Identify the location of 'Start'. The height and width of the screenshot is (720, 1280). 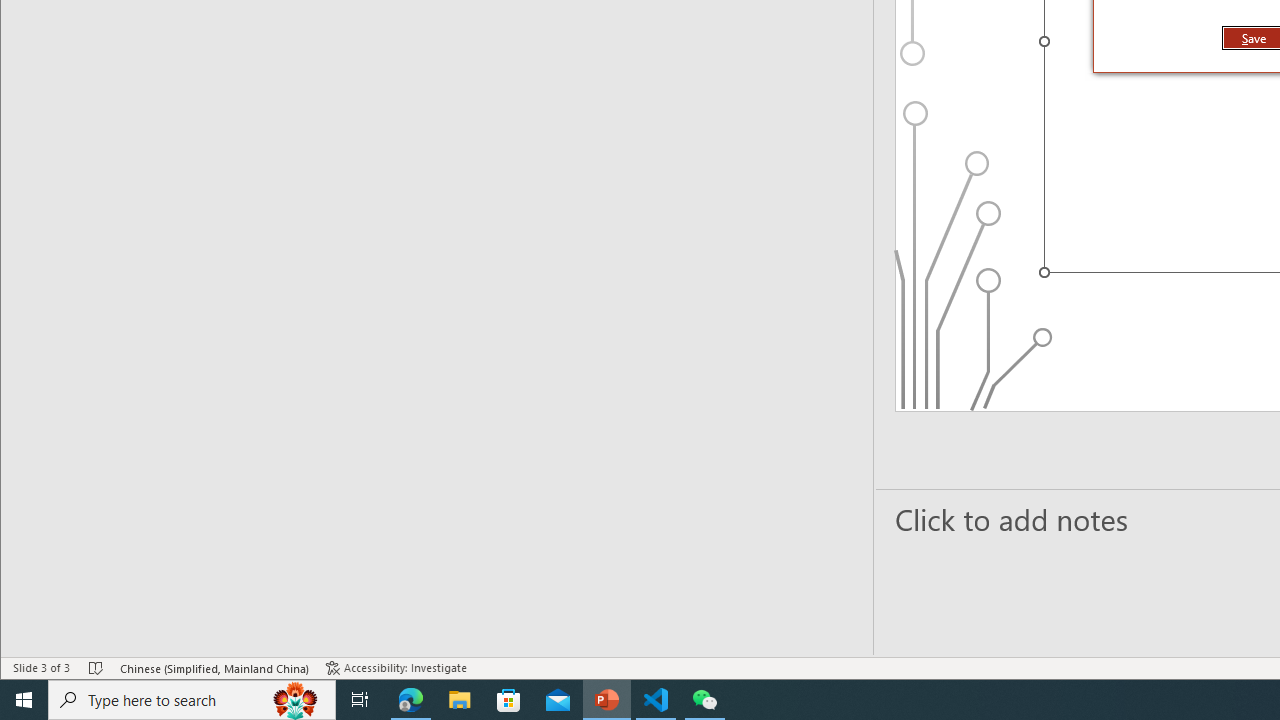
(24, 698).